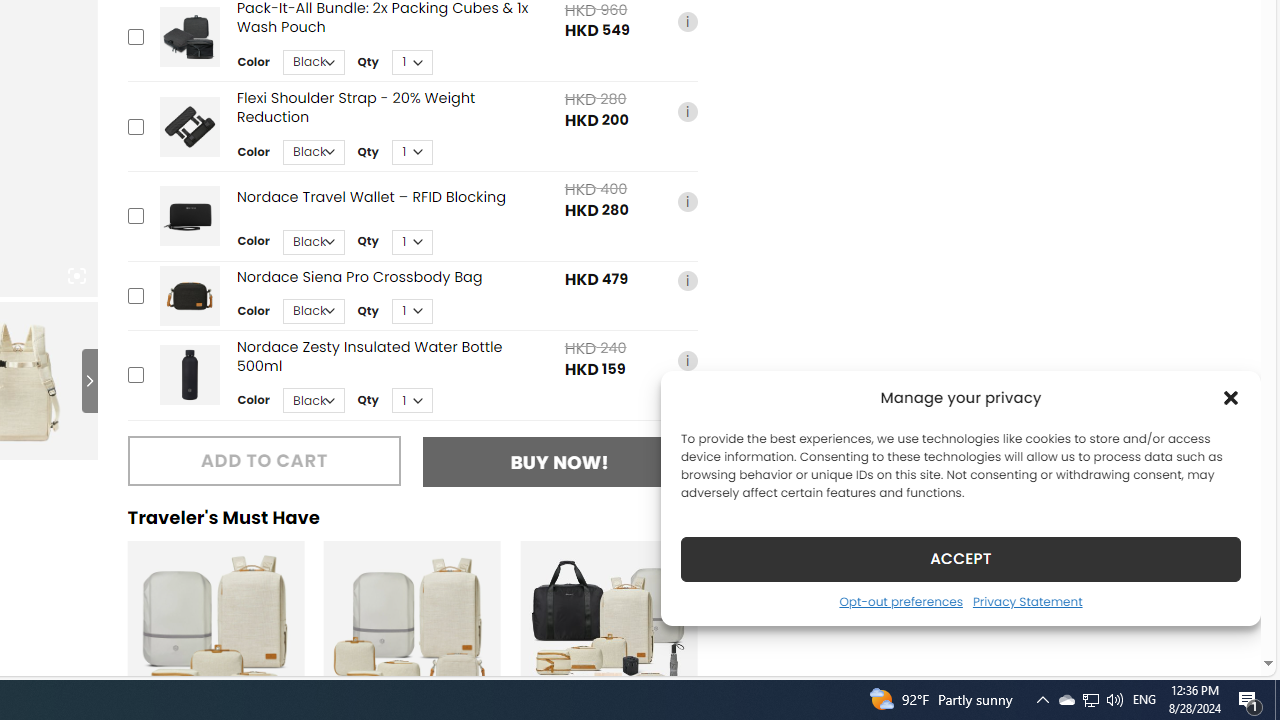 This screenshot has height=720, width=1280. Describe the element at coordinates (1027, 600) in the screenshot. I see `'Privacy Statement'` at that location.